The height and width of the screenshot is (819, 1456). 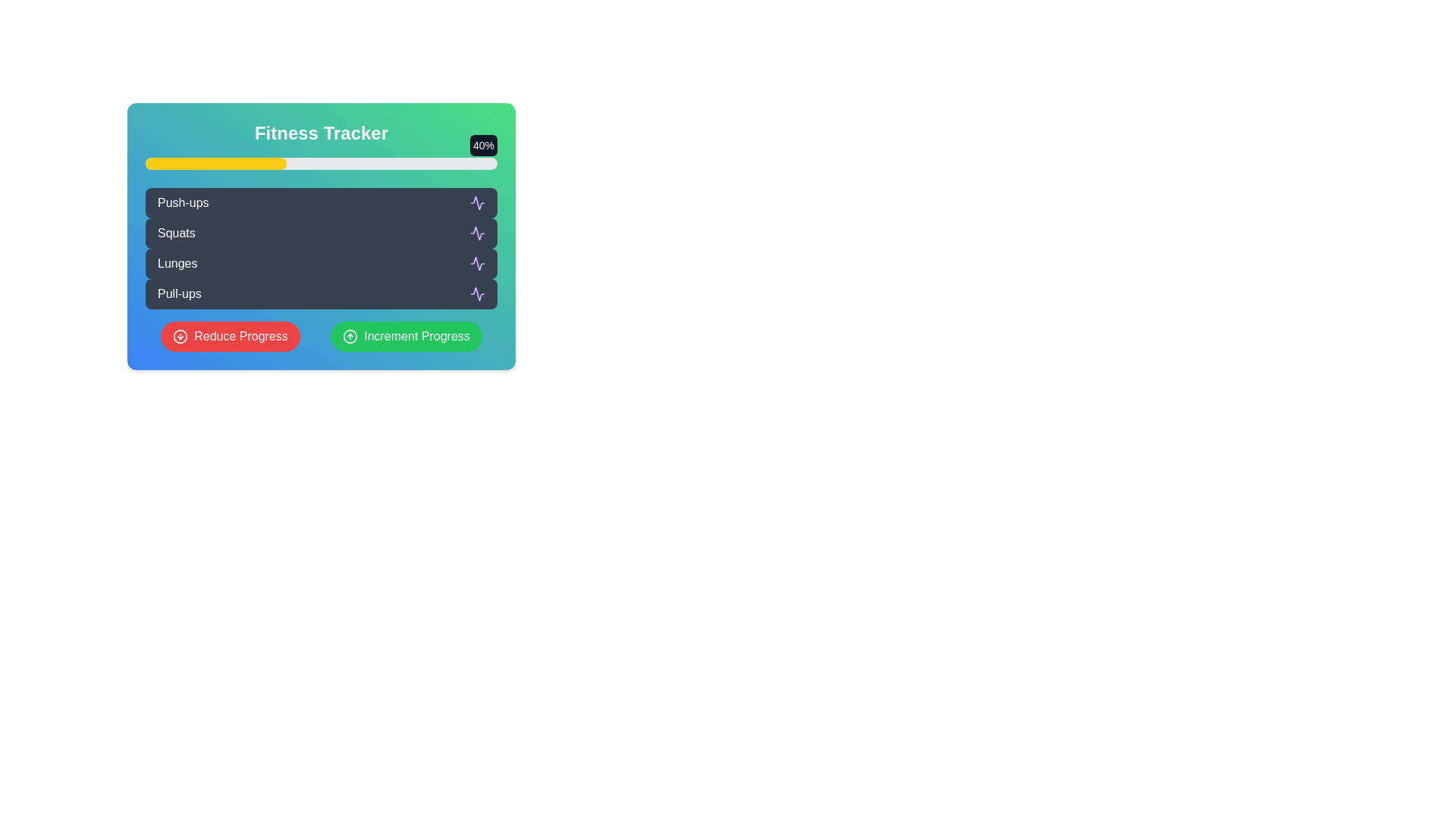 I want to click on the waveform icon with purple lines, which is the third icon in a vertical list aligned with the entry labeled 'Lunges', so click(x=476, y=262).